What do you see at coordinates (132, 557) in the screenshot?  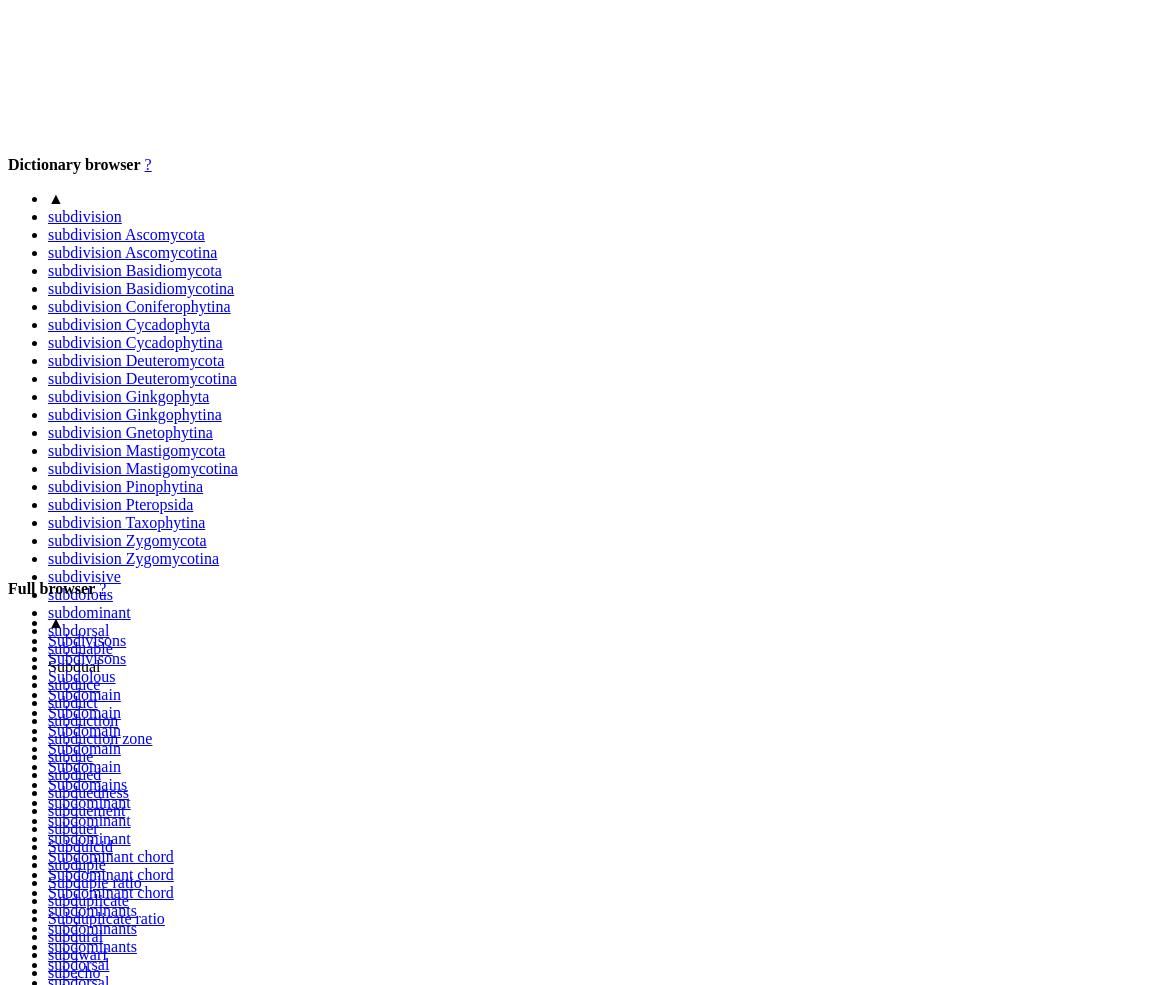 I see `'subdivision Zygomycotina'` at bounding box center [132, 557].